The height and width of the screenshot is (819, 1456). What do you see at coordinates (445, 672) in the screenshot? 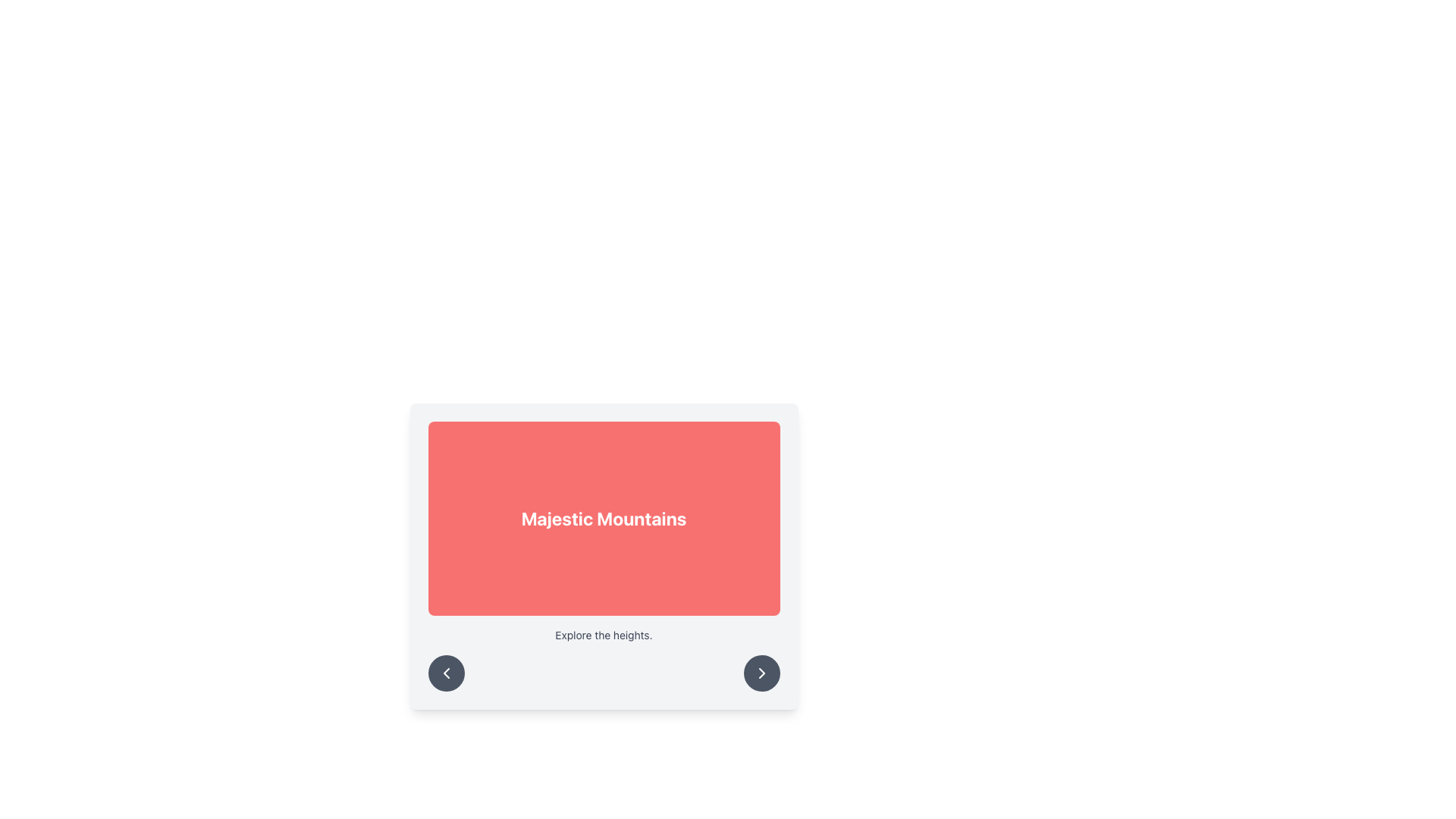
I see `the circular button containing the left-pointing chevron icon located at the bottom-left corner of the card interface adjacent to the 'Majestic Mountains' text` at bounding box center [445, 672].